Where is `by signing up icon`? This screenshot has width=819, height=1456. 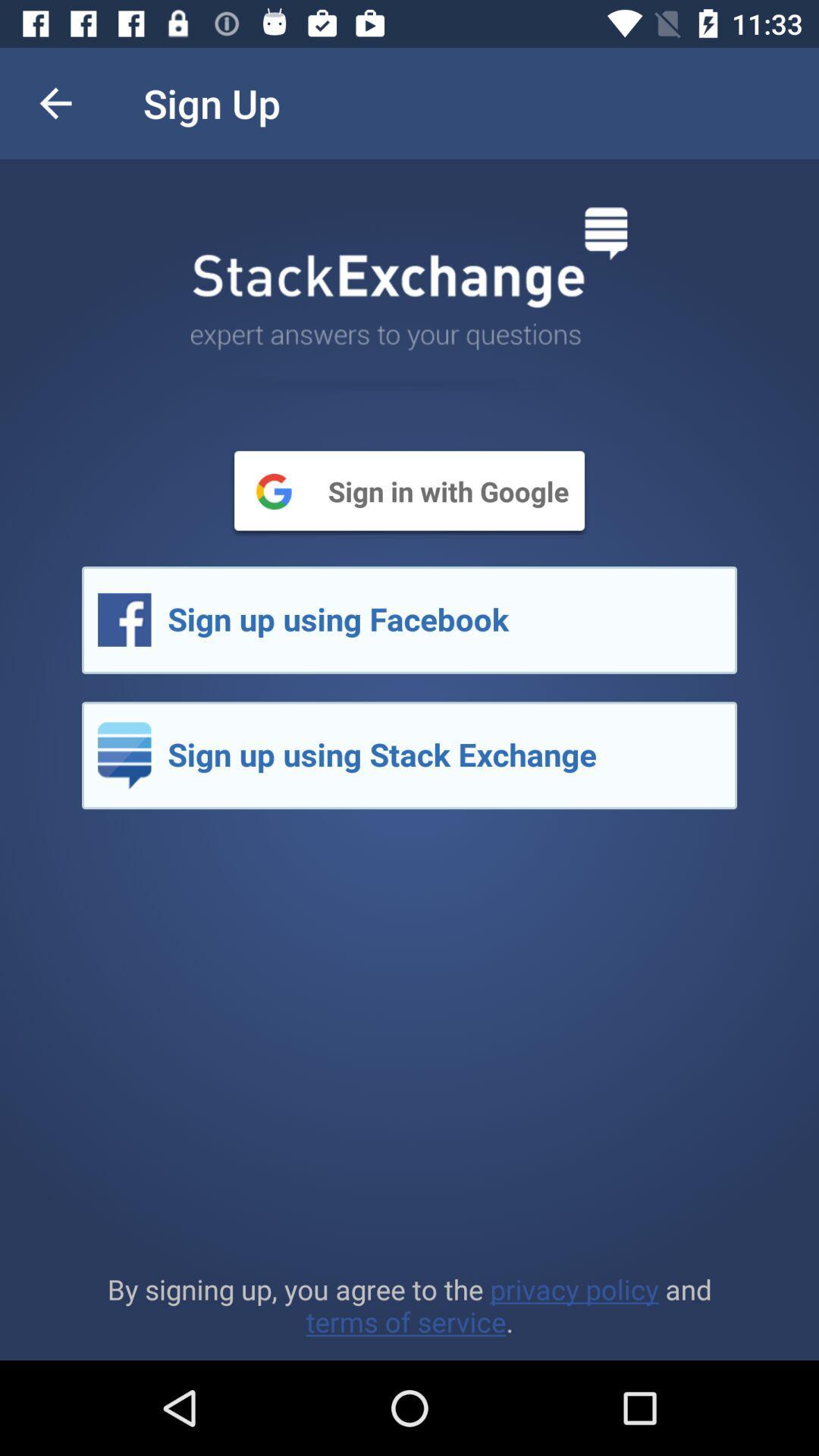 by signing up icon is located at coordinates (409, 1304).